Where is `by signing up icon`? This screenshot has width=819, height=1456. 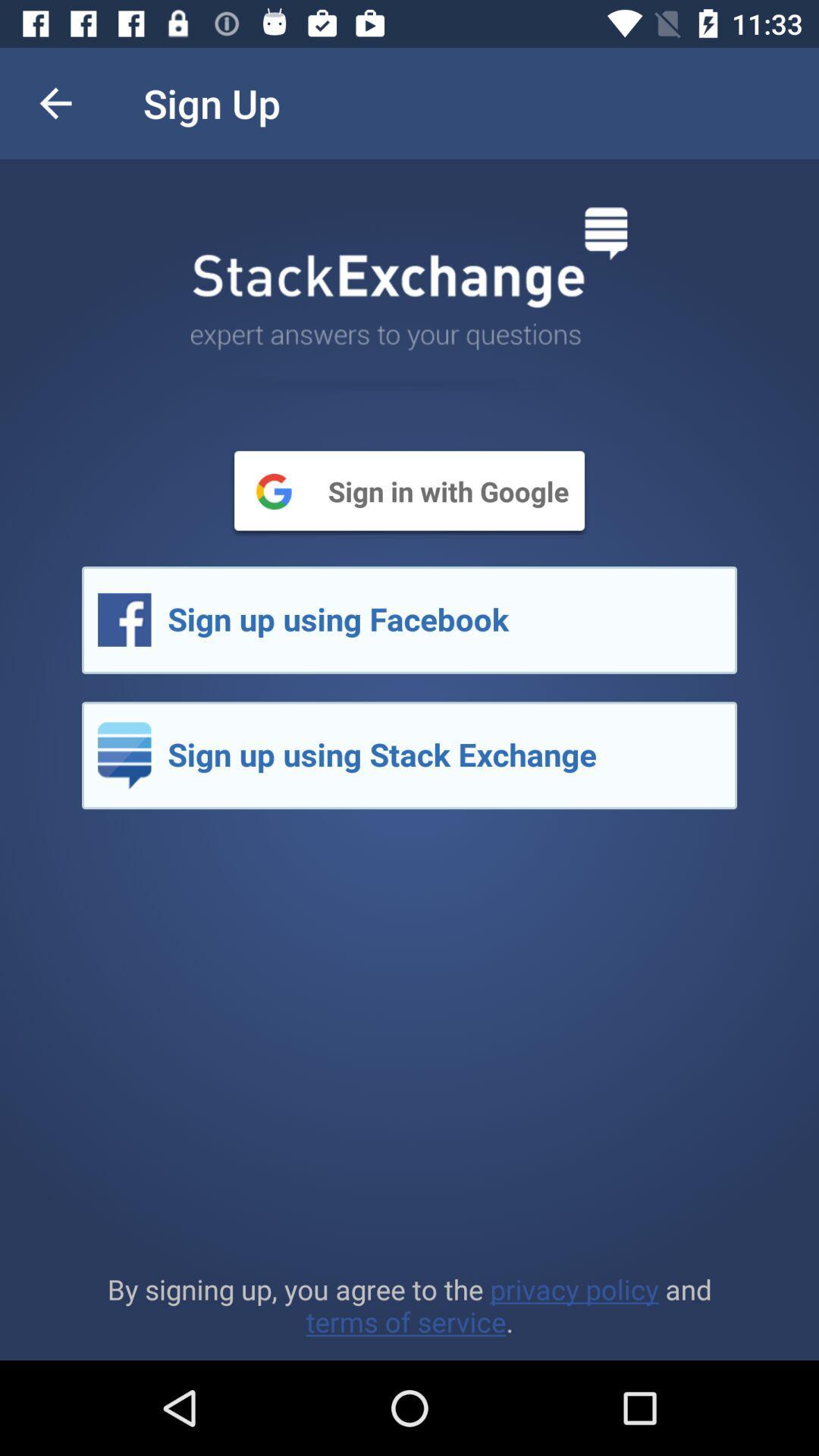 by signing up icon is located at coordinates (409, 1304).